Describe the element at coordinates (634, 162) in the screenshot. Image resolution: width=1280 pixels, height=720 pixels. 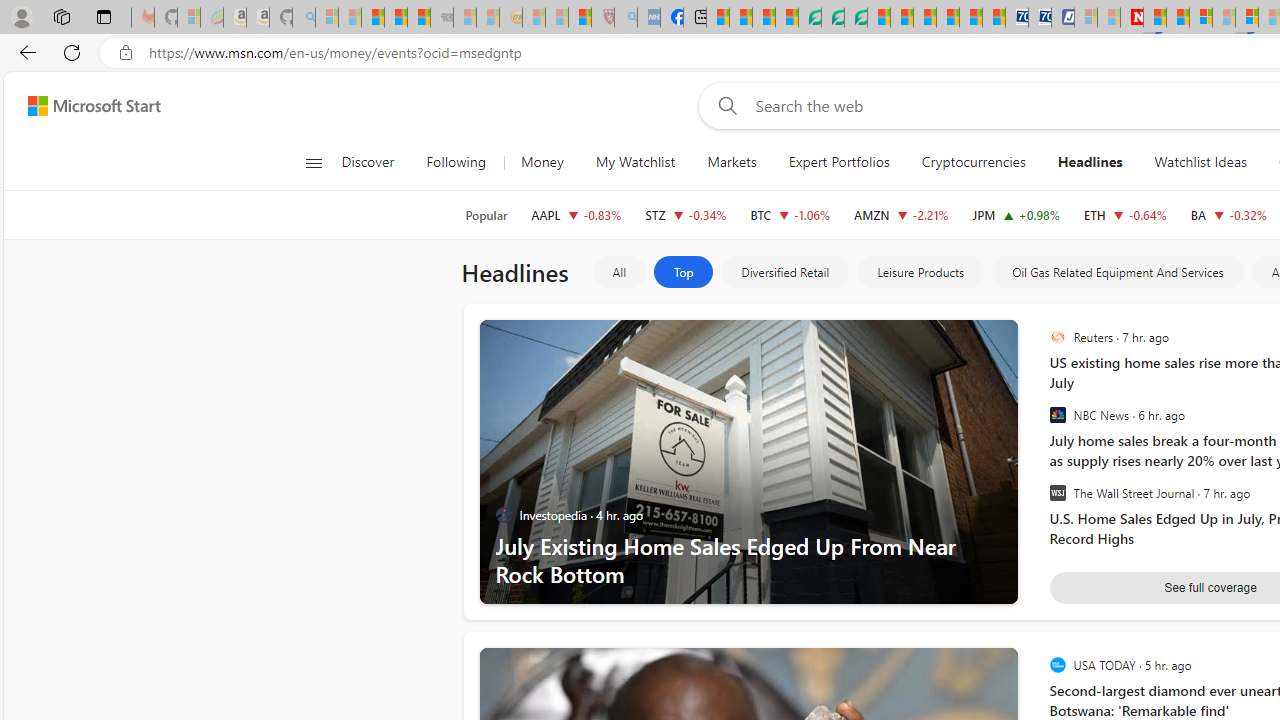
I see `'My Watchlist'` at that location.